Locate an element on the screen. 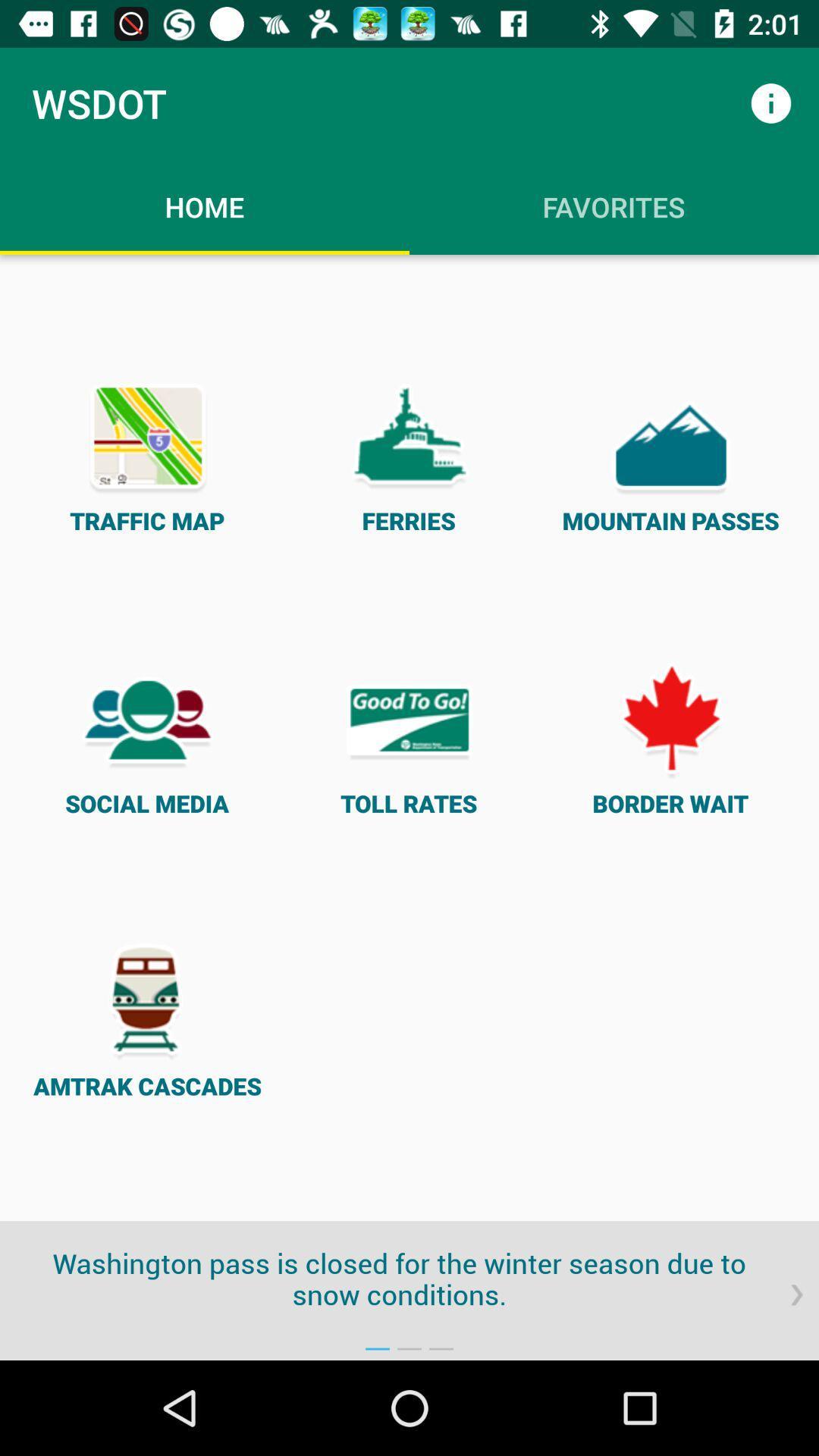 The height and width of the screenshot is (1456, 819). the icon above the washington pass is icon is located at coordinates (408, 738).